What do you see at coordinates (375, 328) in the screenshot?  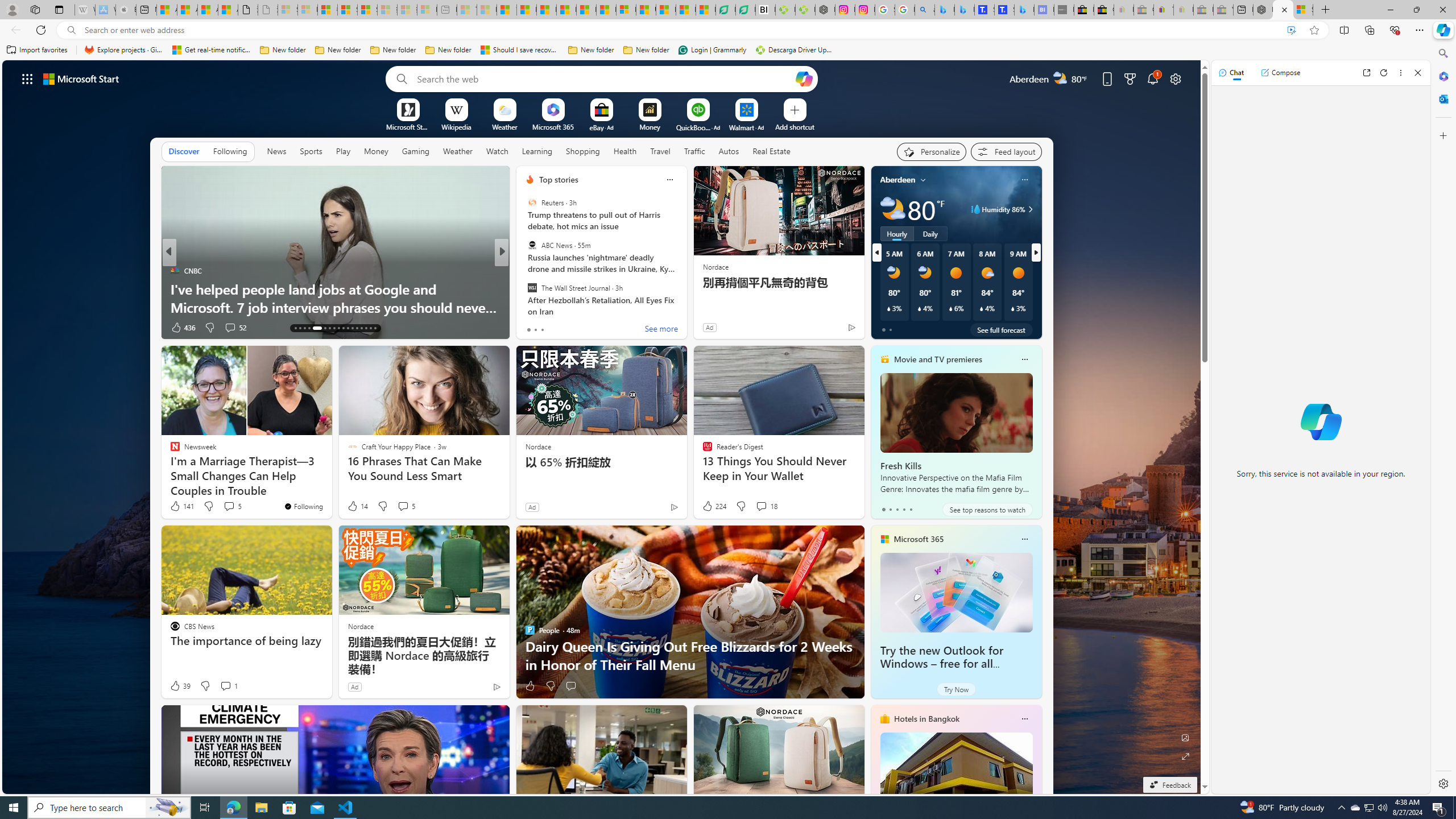 I see `'AutomationID: tab-41'` at bounding box center [375, 328].